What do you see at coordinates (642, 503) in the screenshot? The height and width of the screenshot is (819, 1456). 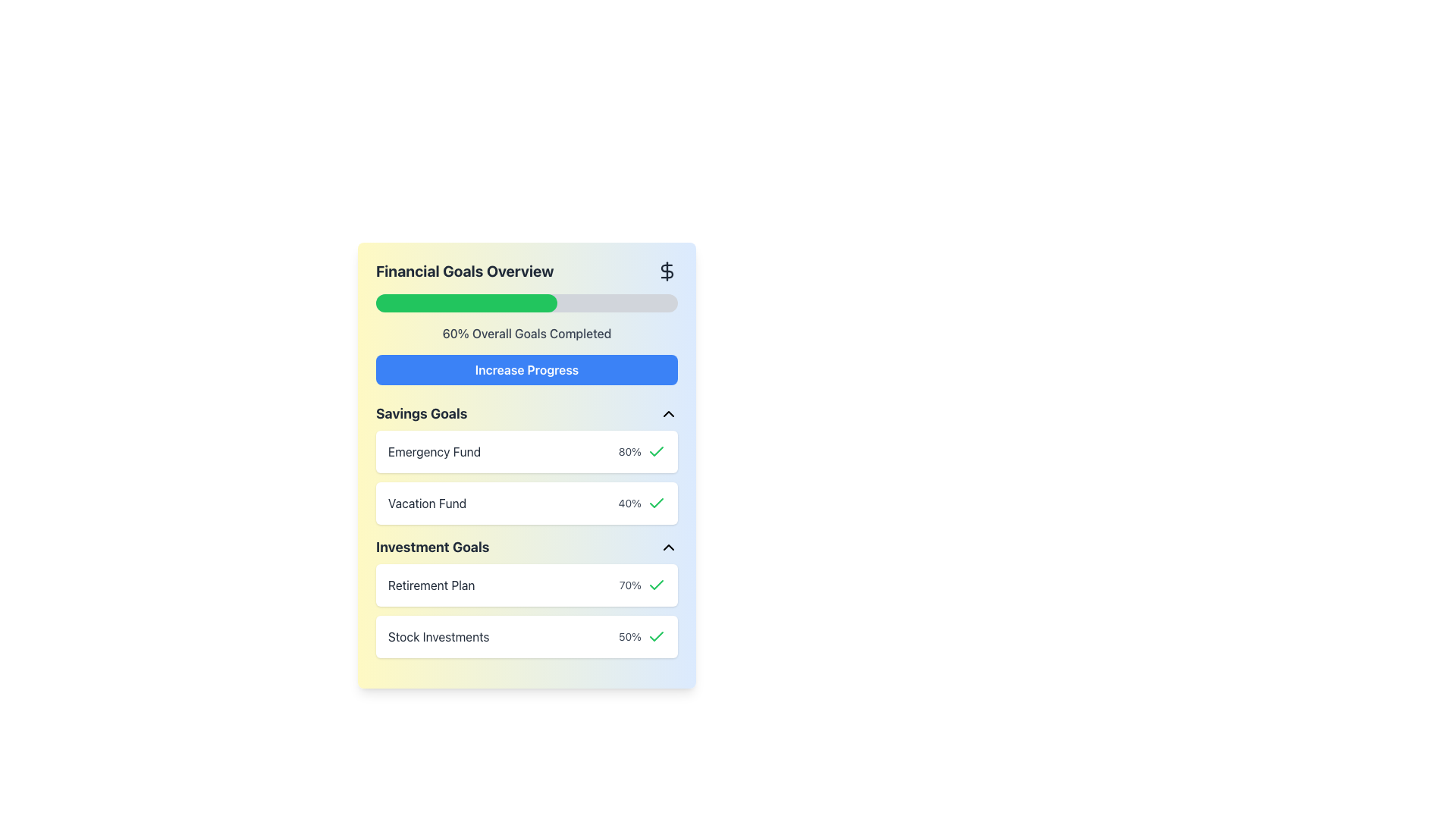 I see `the text display showing '40%' in gray color, located in the 'Vacation Fund' row of the 'Savings Goals' section, next to a green checkmark icon` at bounding box center [642, 503].